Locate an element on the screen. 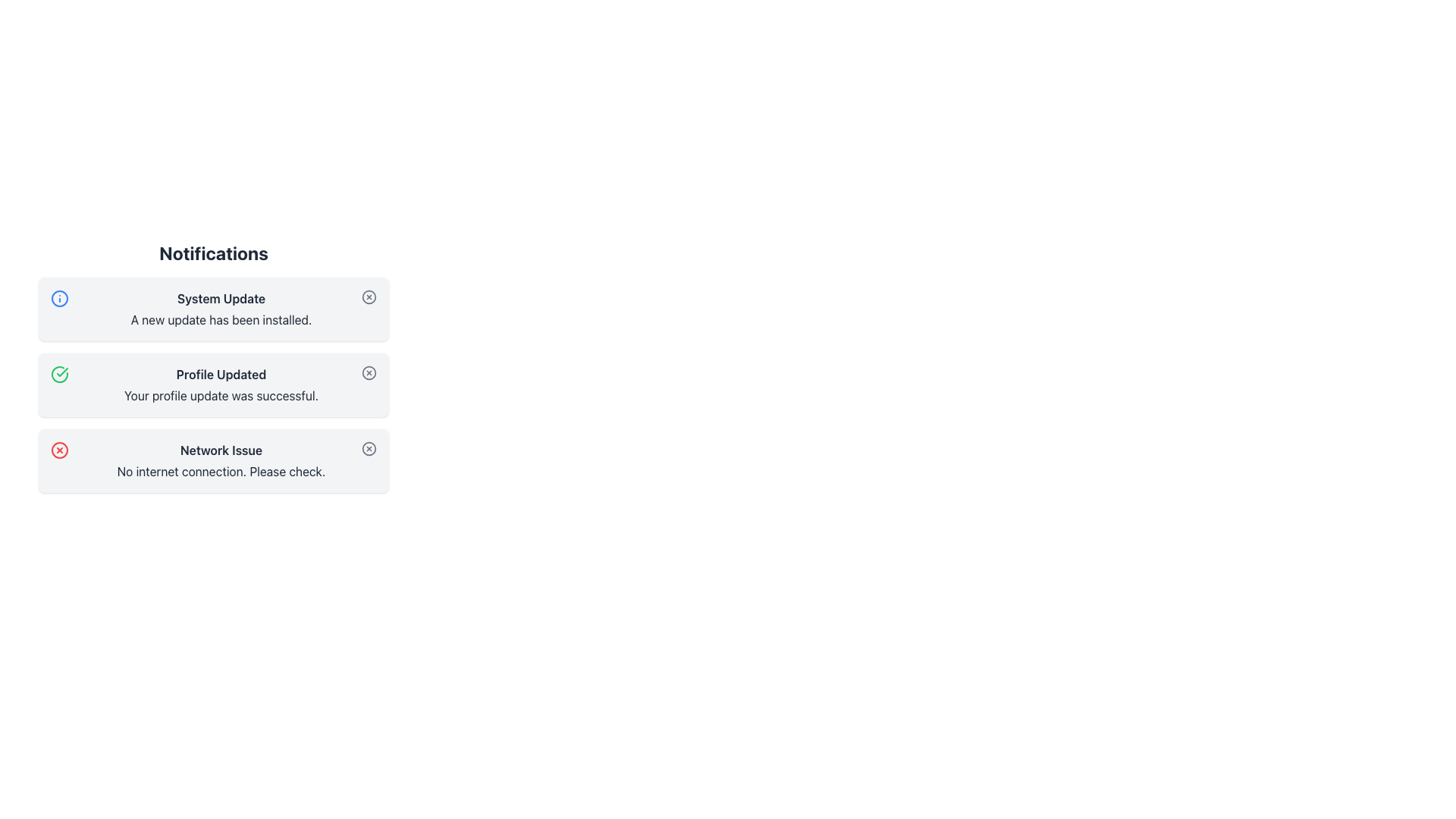 The width and height of the screenshot is (1456, 819). bold text label titled 'System Update' located at the top of the notification card for 'System Update' is located at coordinates (221, 298).